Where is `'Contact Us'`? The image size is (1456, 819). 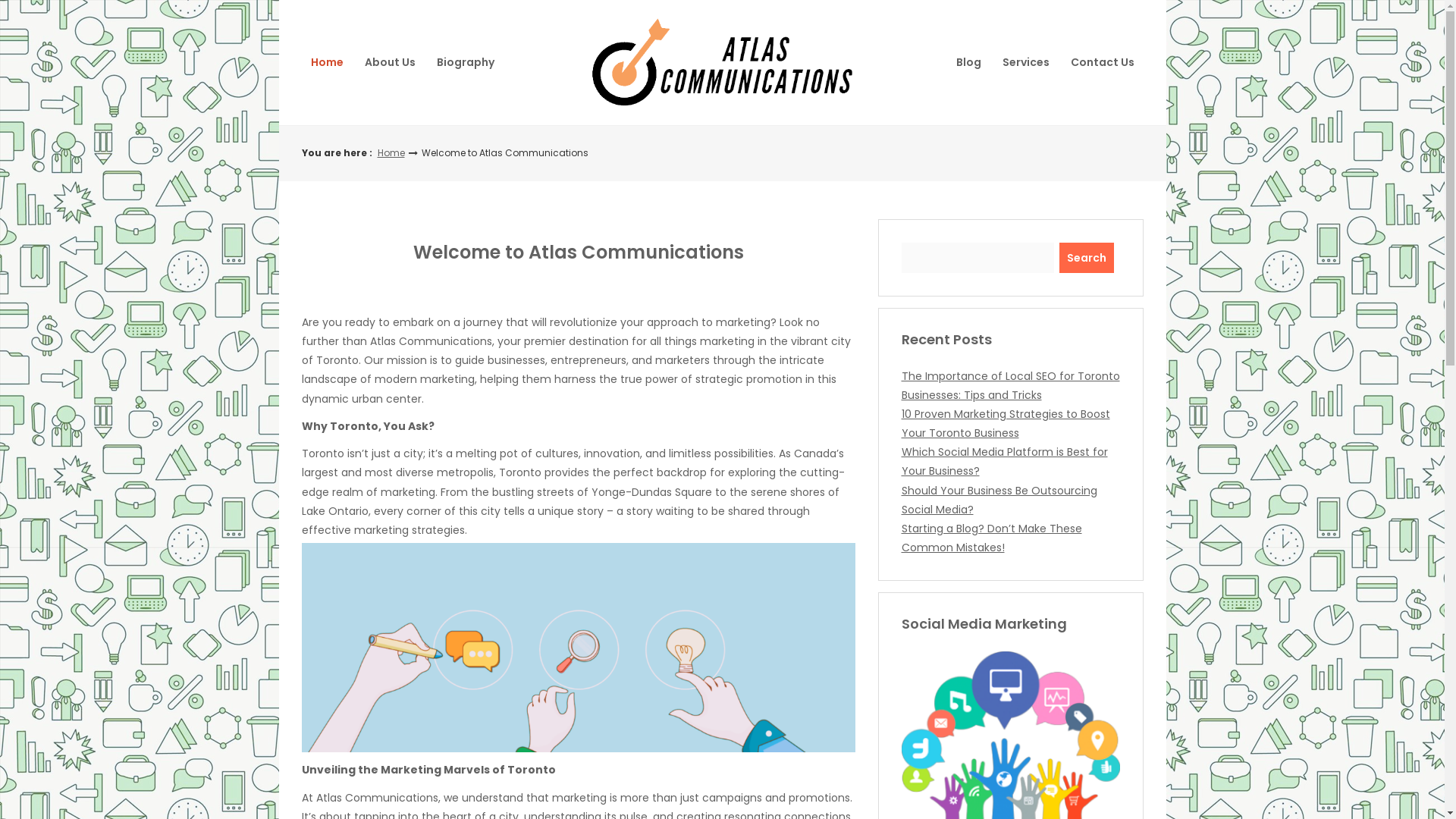 'Contact Us' is located at coordinates (1103, 61).